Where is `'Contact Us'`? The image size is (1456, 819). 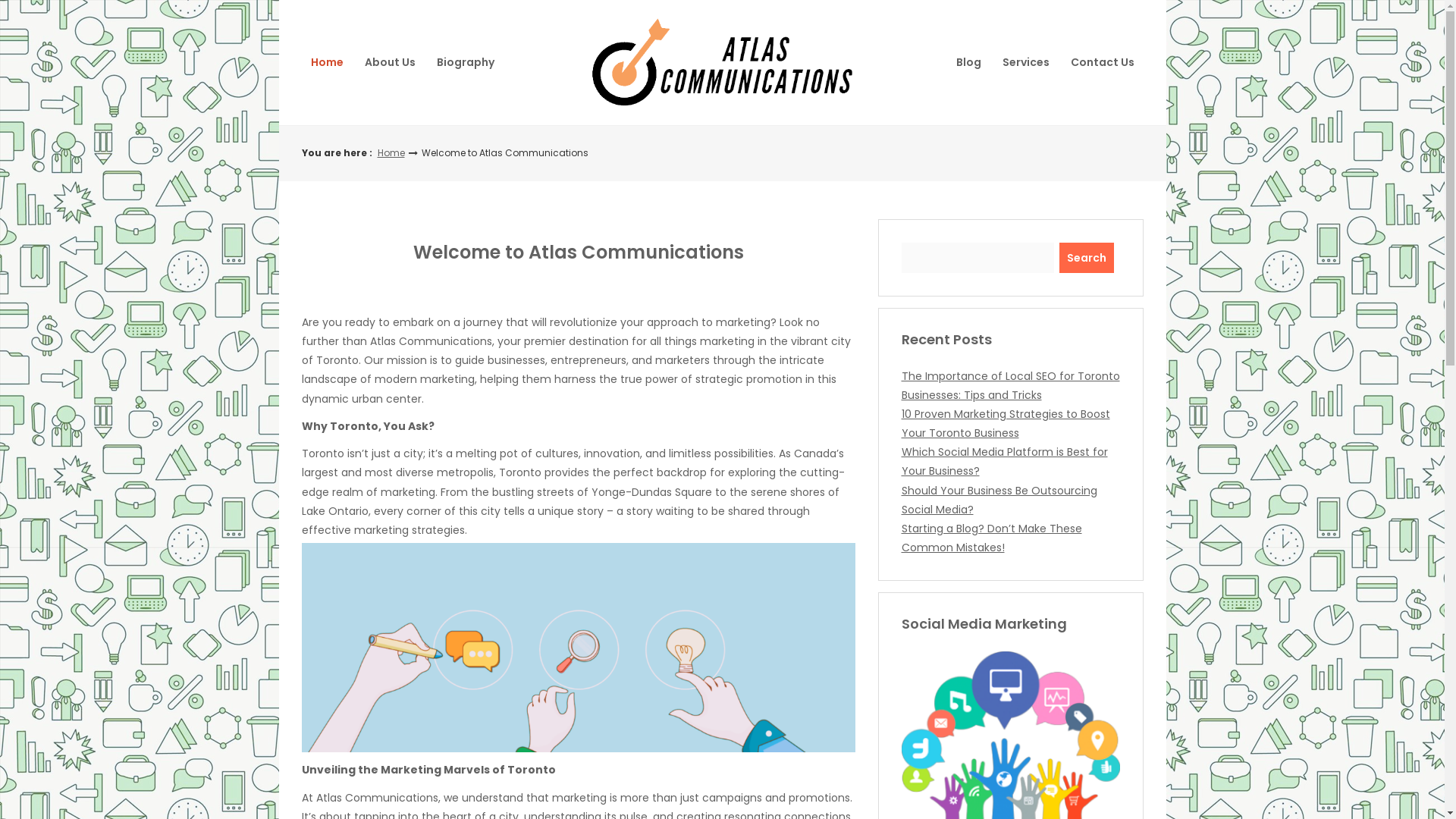 'Contact Us' is located at coordinates (1103, 61).